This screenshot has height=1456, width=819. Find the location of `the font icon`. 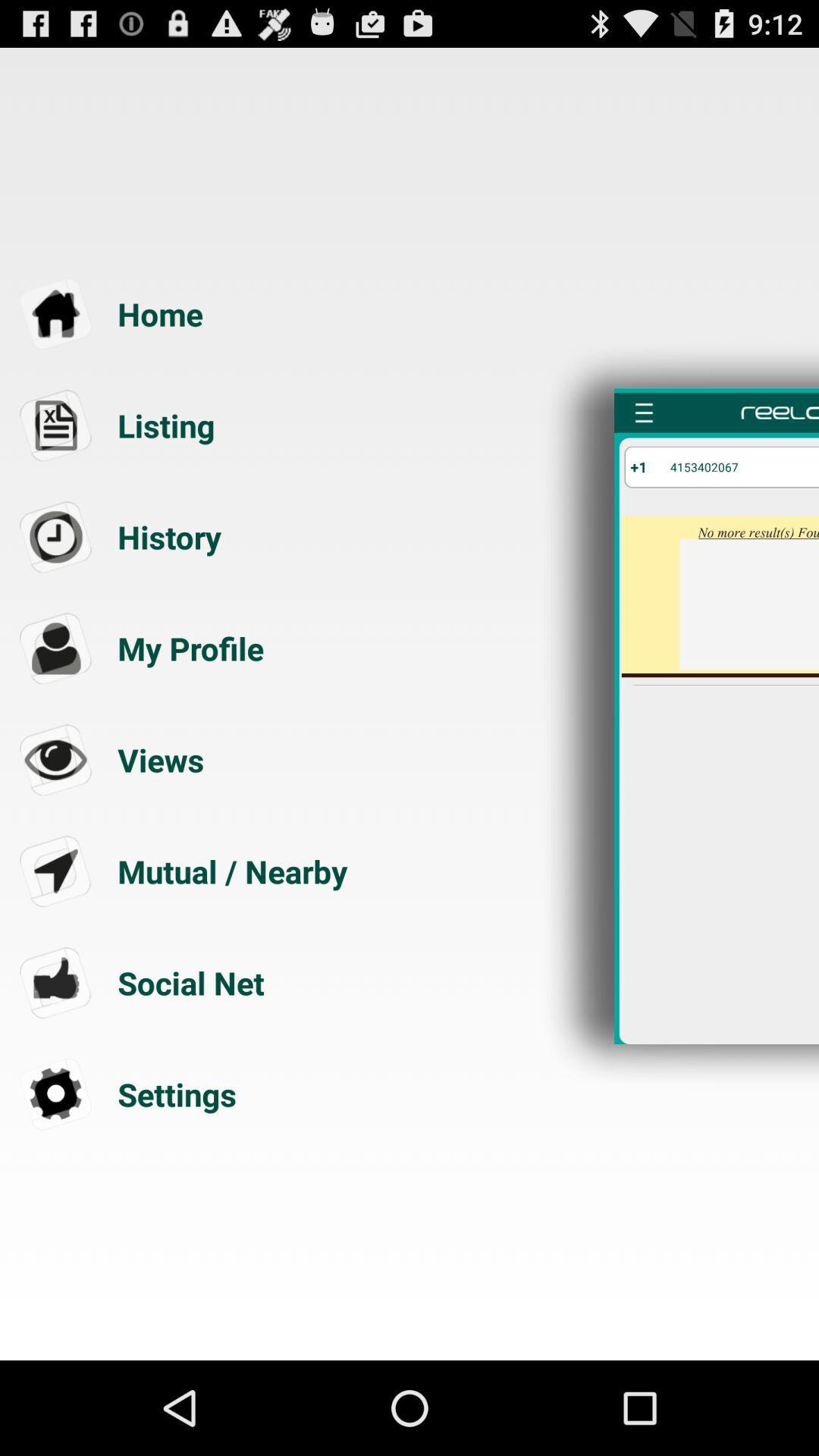

the font icon is located at coordinates (186, 693).